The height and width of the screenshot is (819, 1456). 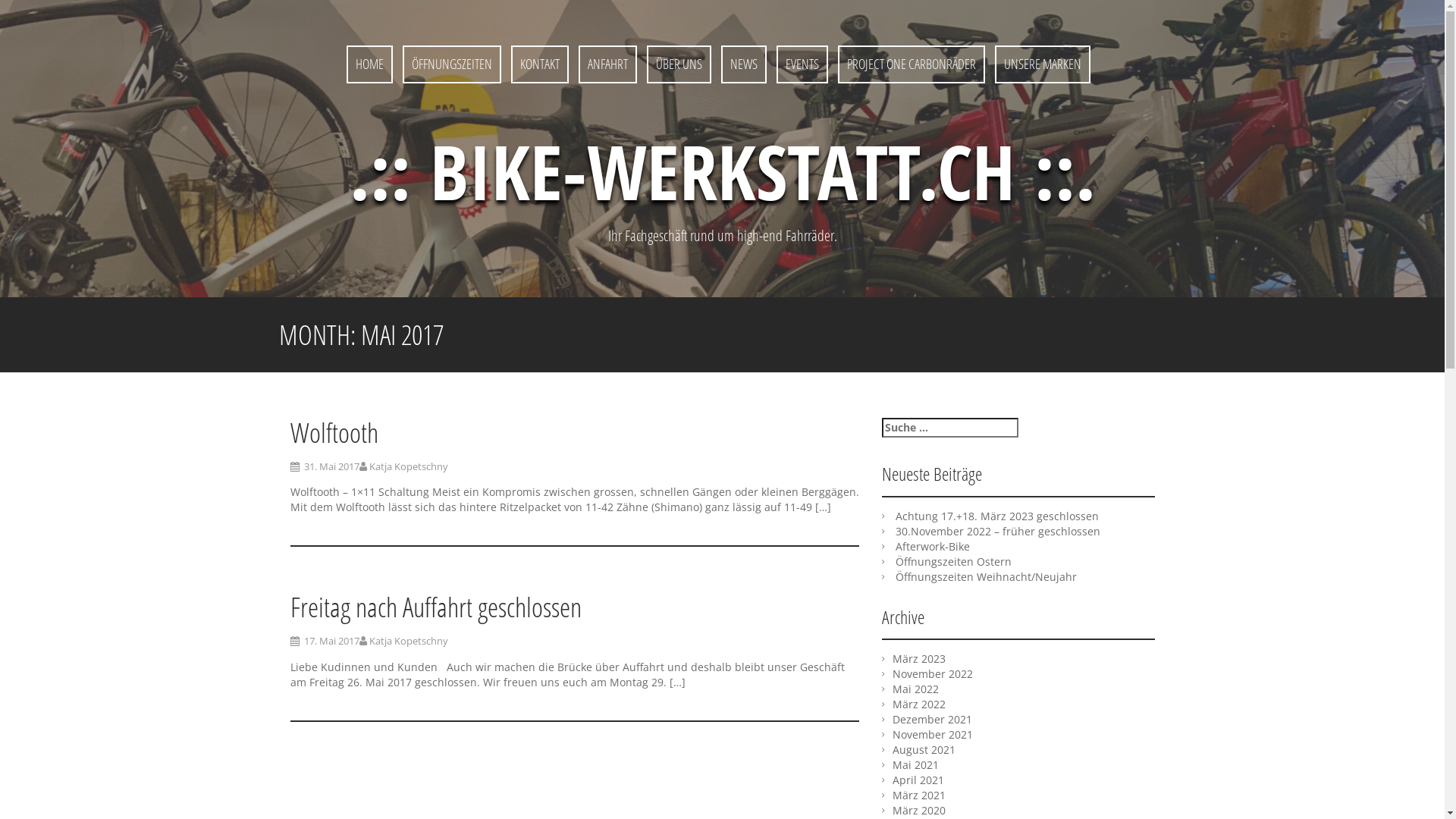 I want to click on 'KONTAKT', so click(x=539, y=63).